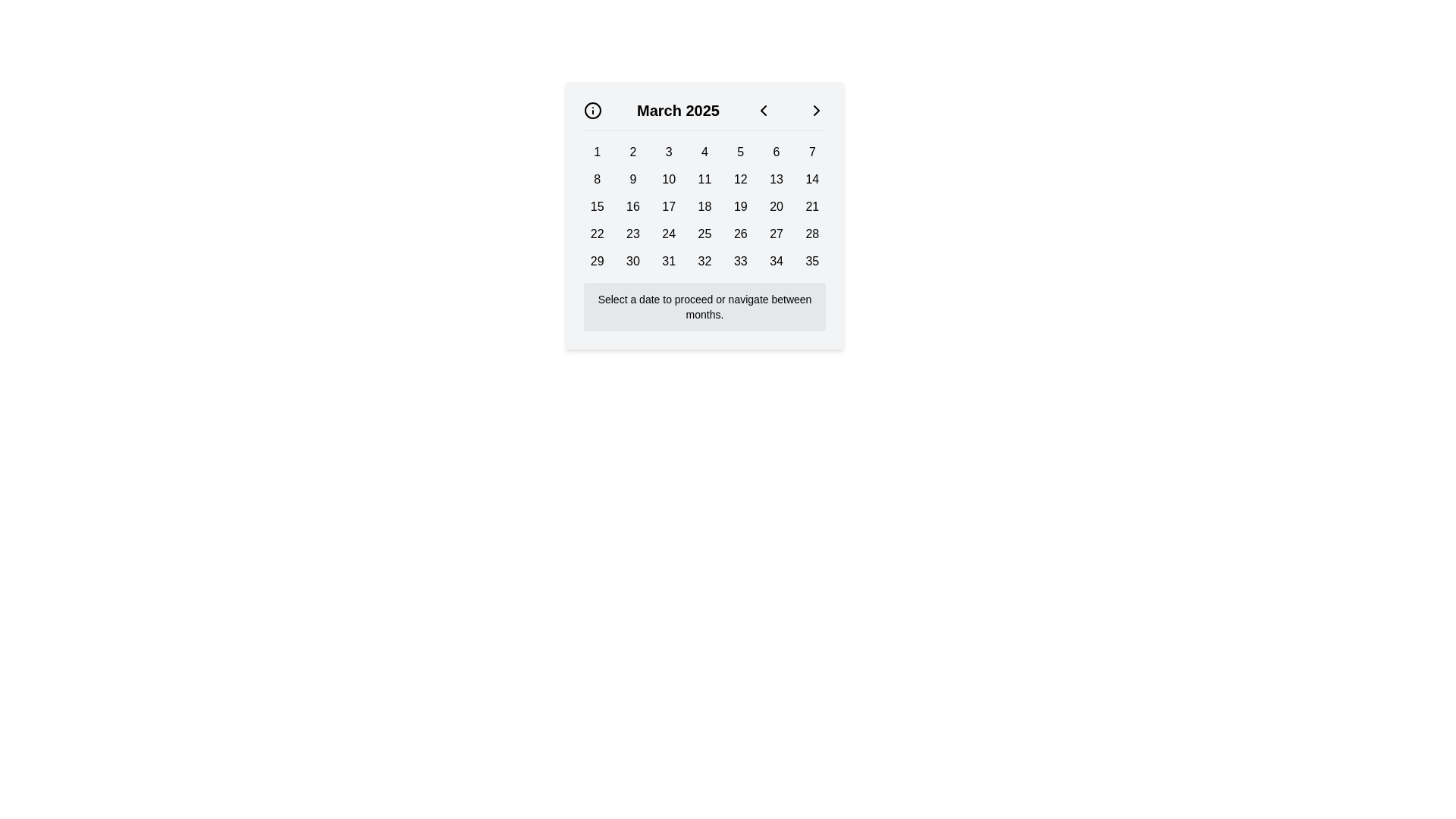 This screenshot has width=1456, height=819. Describe the element at coordinates (740, 207) in the screenshot. I see `the date button for the 19th of March 2025 in the calendar interface` at that location.